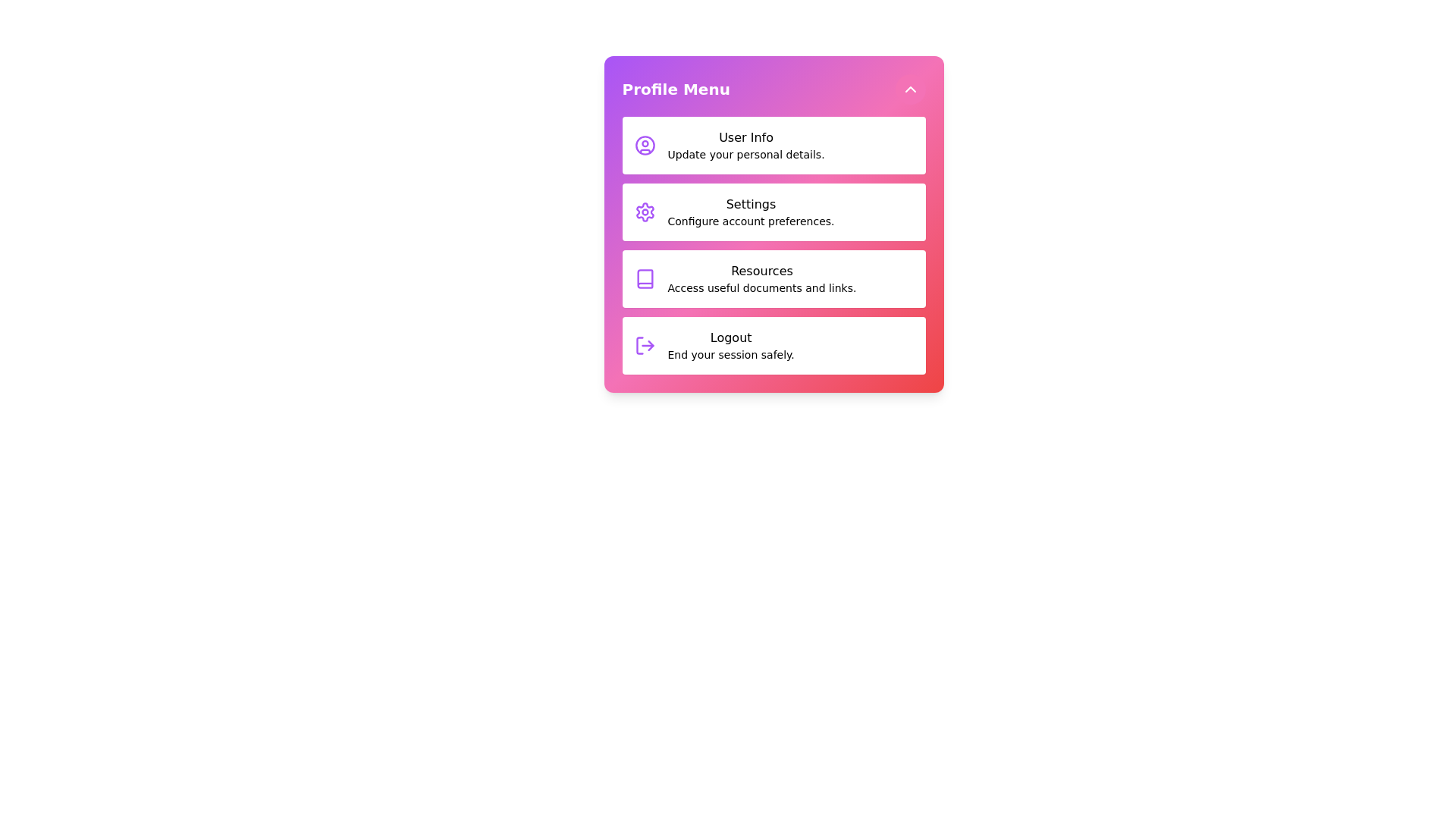 This screenshot has width=1456, height=819. Describe the element at coordinates (773, 146) in the screenshot. I see `the menu item User Info from the profile menu` at that location.